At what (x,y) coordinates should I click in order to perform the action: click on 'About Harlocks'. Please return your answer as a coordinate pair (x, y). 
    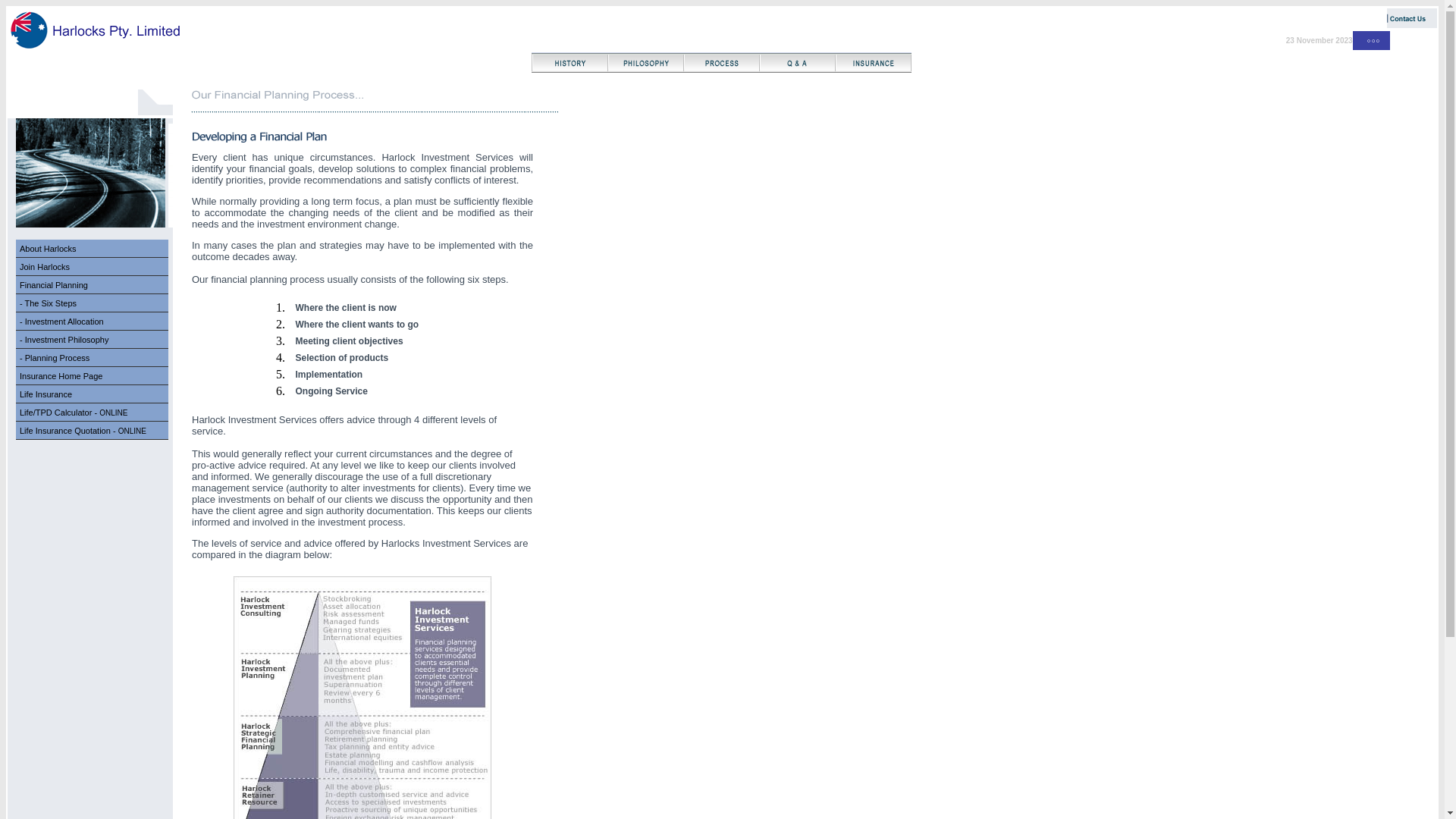
    Looking at the image, I should click on (48, 247).